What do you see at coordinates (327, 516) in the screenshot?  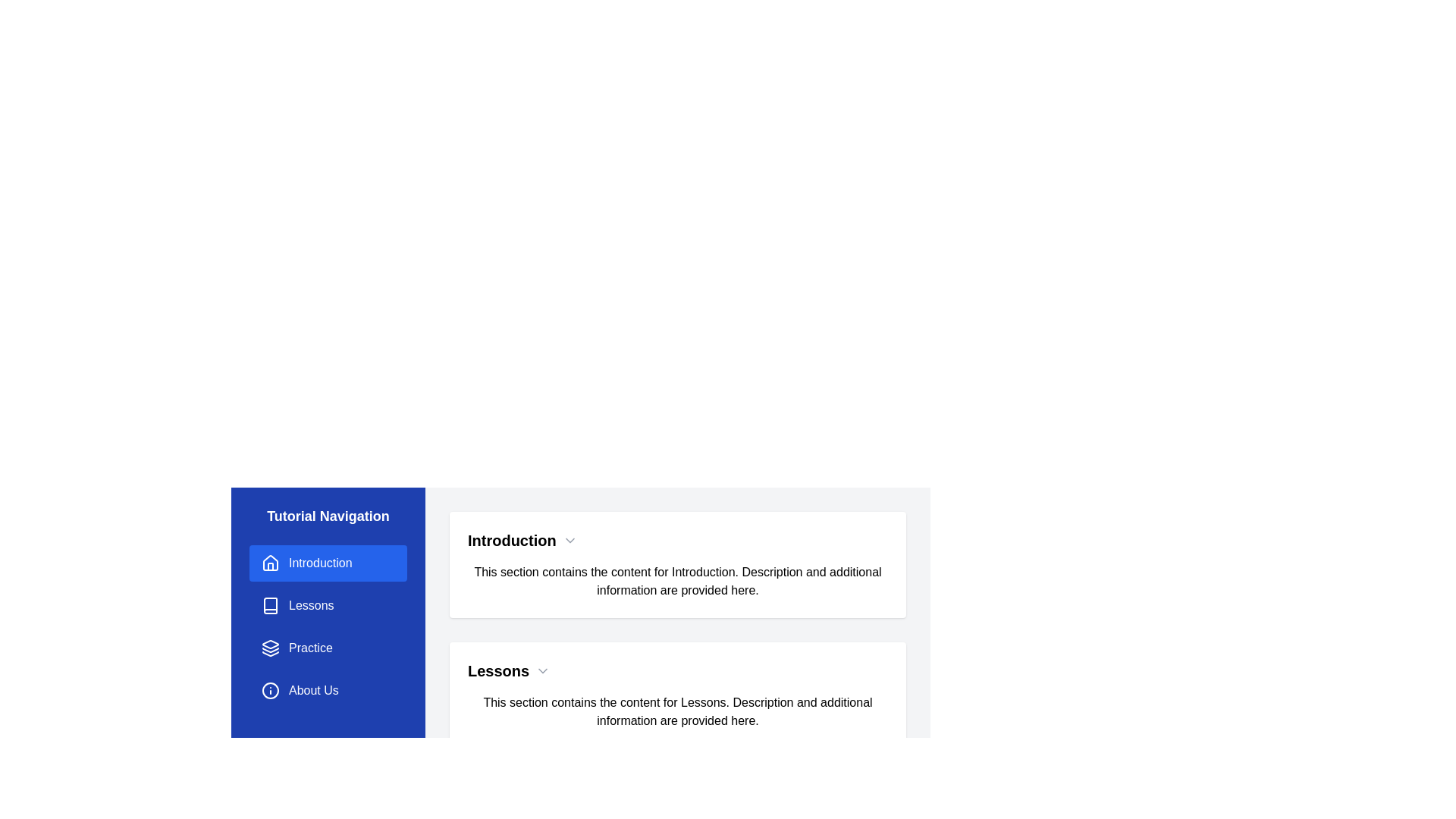 I see `the title text label in the sidebar that indicates the purpose of the navigation panel, located at the upper part of the sidebar, above links like 'Introduction' and 'Lessons'` at bounding box center [327, 516].